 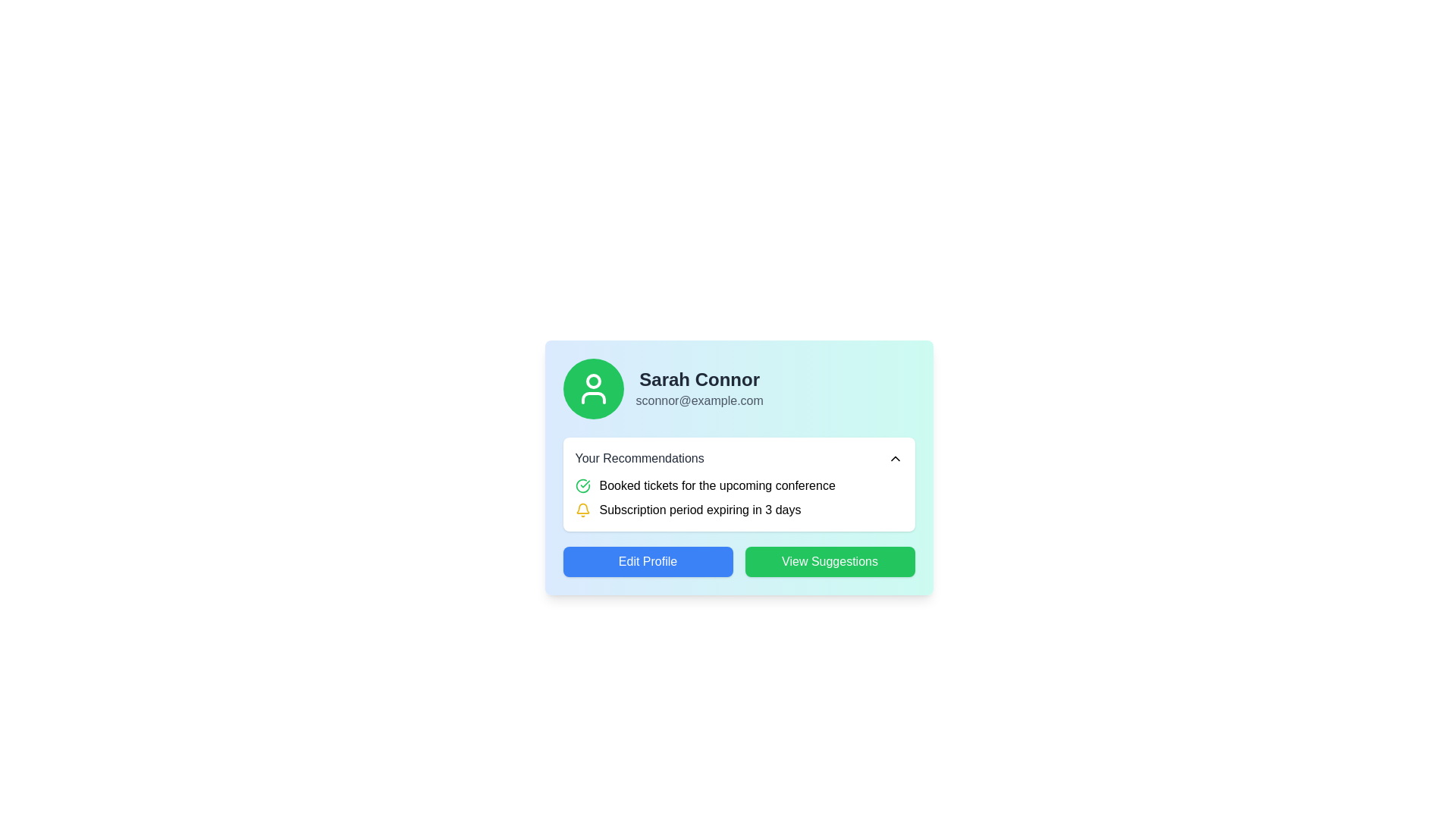 What do you see at coordinates (698, 379) in the screenshot?
I see `prominently styled text label displaying 'Sarah Connor' in bold, large font located at the top of the profile card` at bounding box center [698, 379].